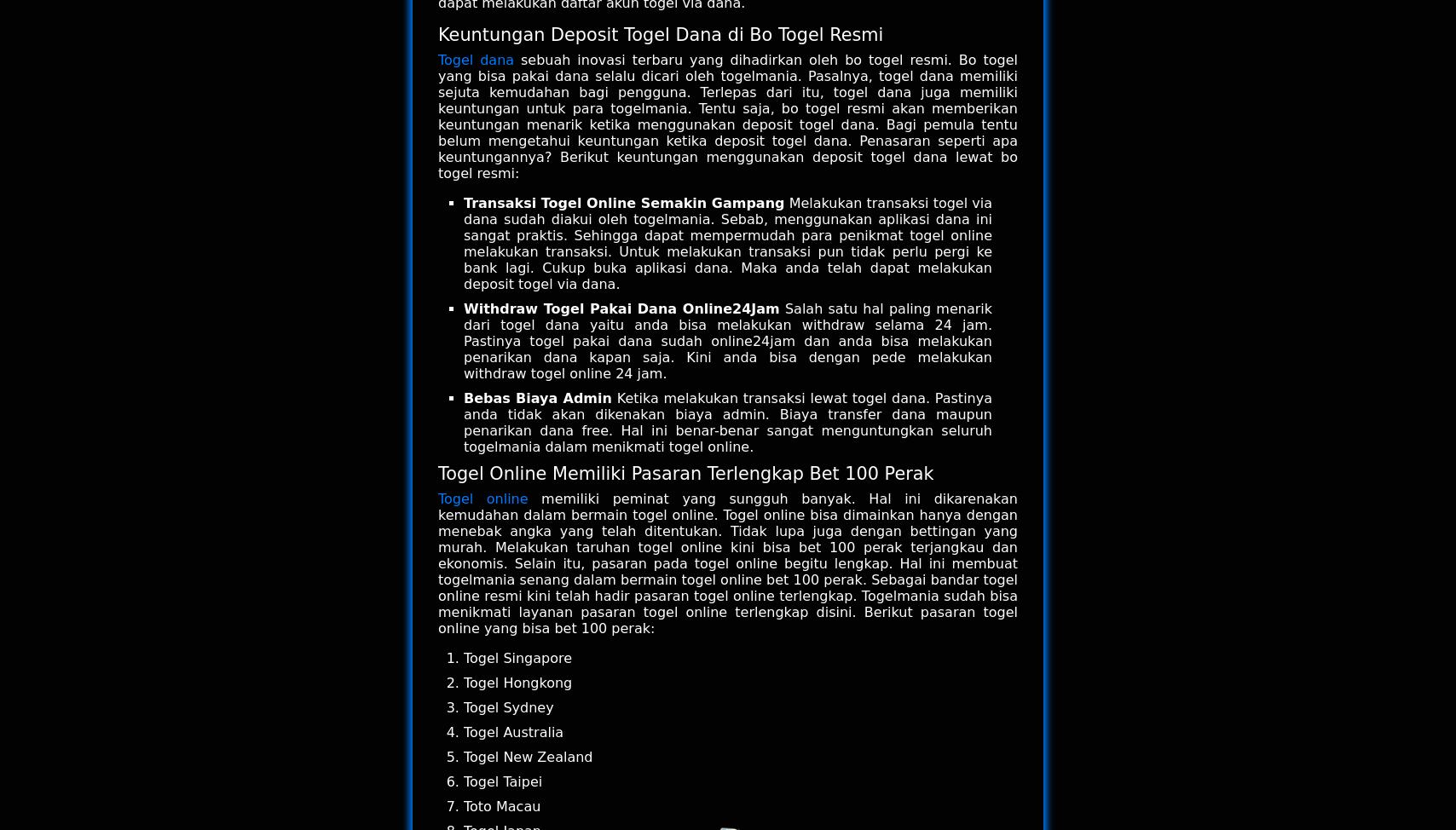 This screenshot has height=830, width=1456. Describe the element at coordinates (728, 563) in the screenshot. I see `'memiliki peminat yang sungguh banyak. Hal ini dikarenakan kemudahan dalam bermain togel online. Togel online bisa dimainkan hanya dengan menebak angka yang telah ditentukan. Tidak lupa juga dengan bettingan yang murah. Melakukan taruhan togel online kini bisa bet 100 perak terjangkau dan ekonomis. Selain itu, pasaran pada togel online begitu lengkap. Hal ini membuat togelmania senang dalam bermain togel online bet 100 perak. Sebagai bandar togel online resmi kini telah hadir pasaran togel online terlengkap. Togelmania sudah bisa menikmati layanan pasaran togel online terlengkap disini. Berikut pasaran togel online yang bisa bet 100 perak:'` at that location.